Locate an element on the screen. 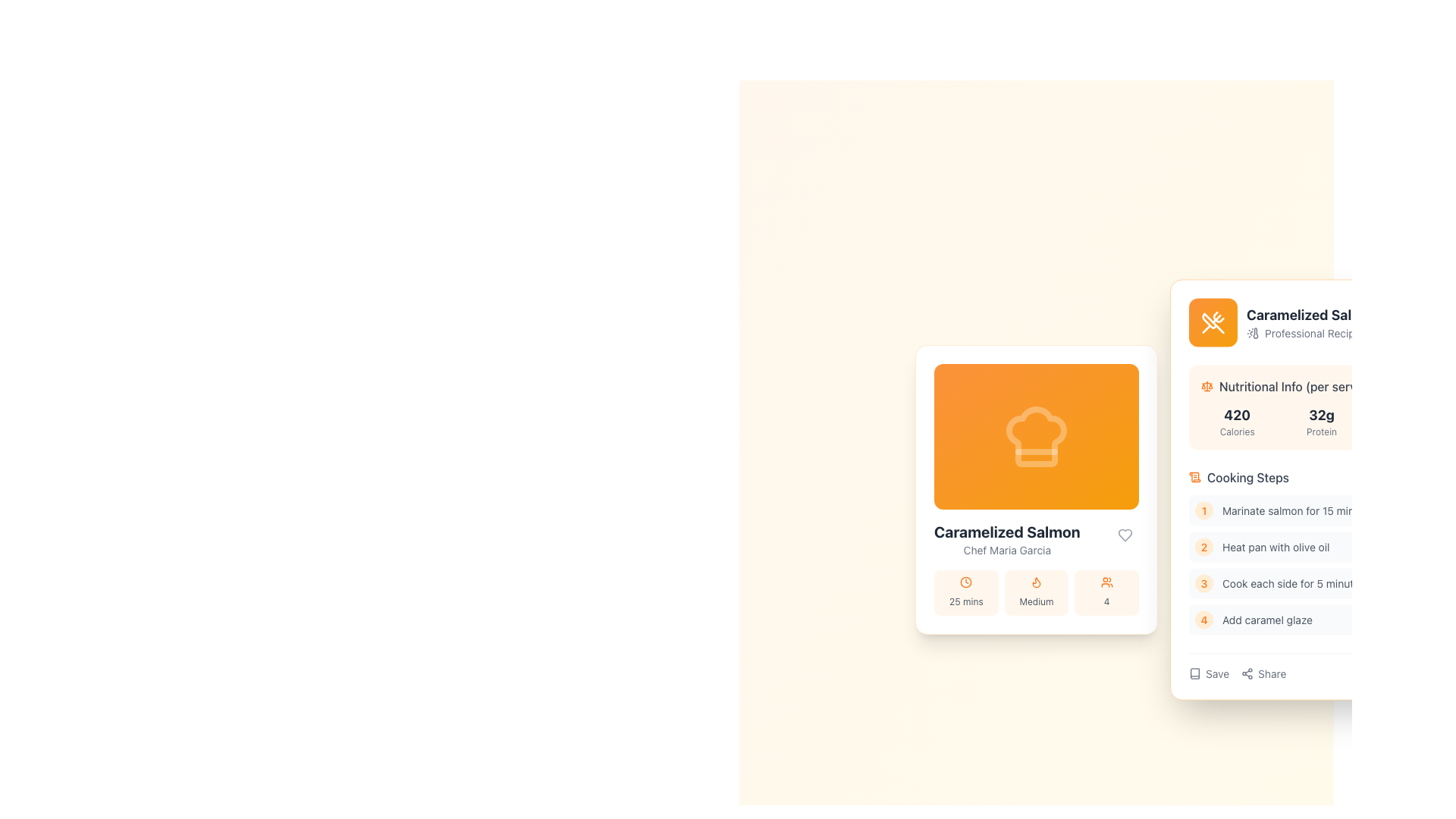 The image size is (1456, 819). the small circular light orange icon with a darker orange number '1' in its center, which serves as a visual marker or step counter for the cooking guide, located at the top-left corner of the step's description 'Marinate salmon for 15 minutes' is located at coordinates (1203, 510).